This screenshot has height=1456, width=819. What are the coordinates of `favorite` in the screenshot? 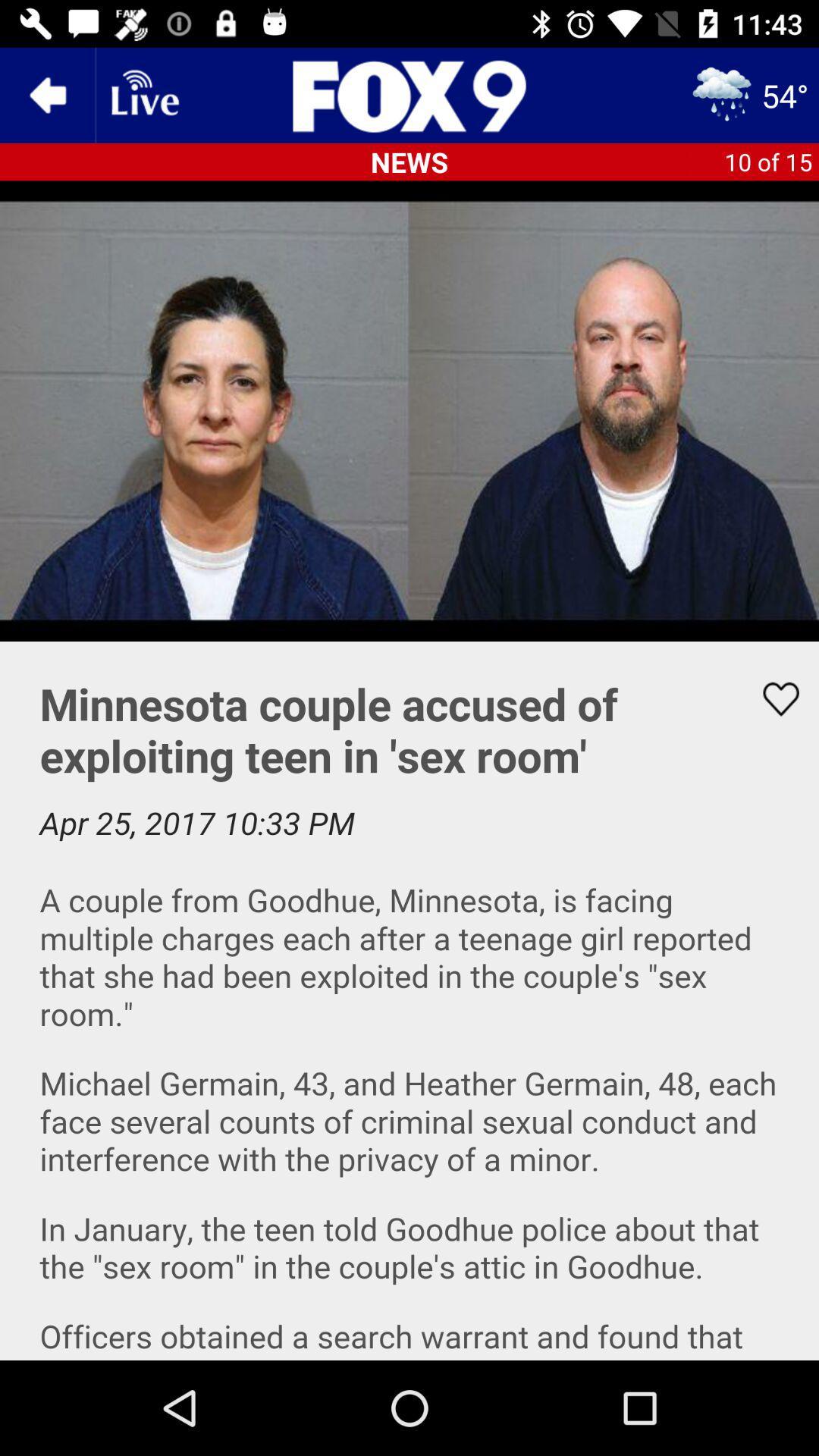 It's located at (771, 698).